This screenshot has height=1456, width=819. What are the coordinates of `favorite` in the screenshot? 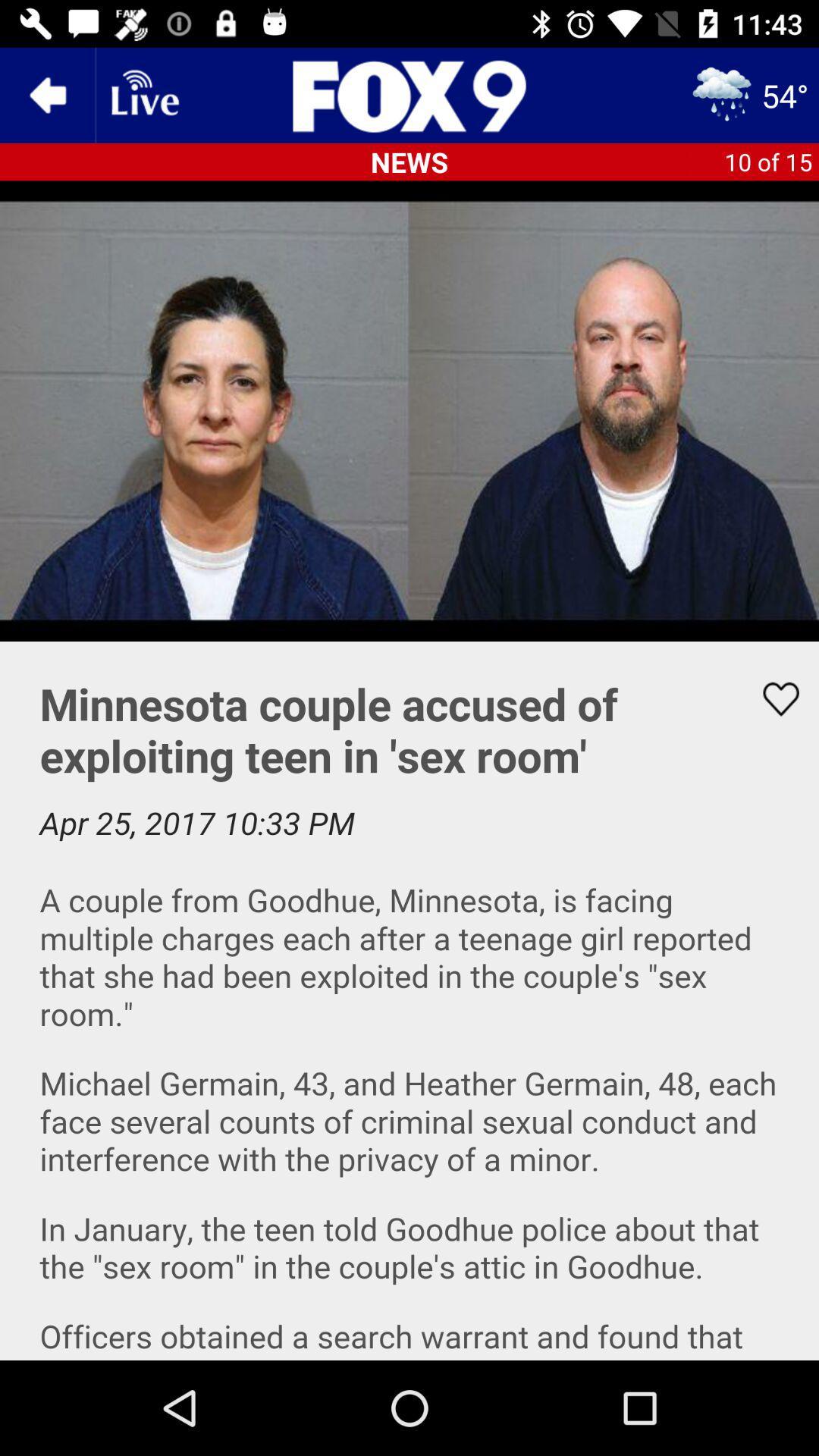 It's located at (771, 698).